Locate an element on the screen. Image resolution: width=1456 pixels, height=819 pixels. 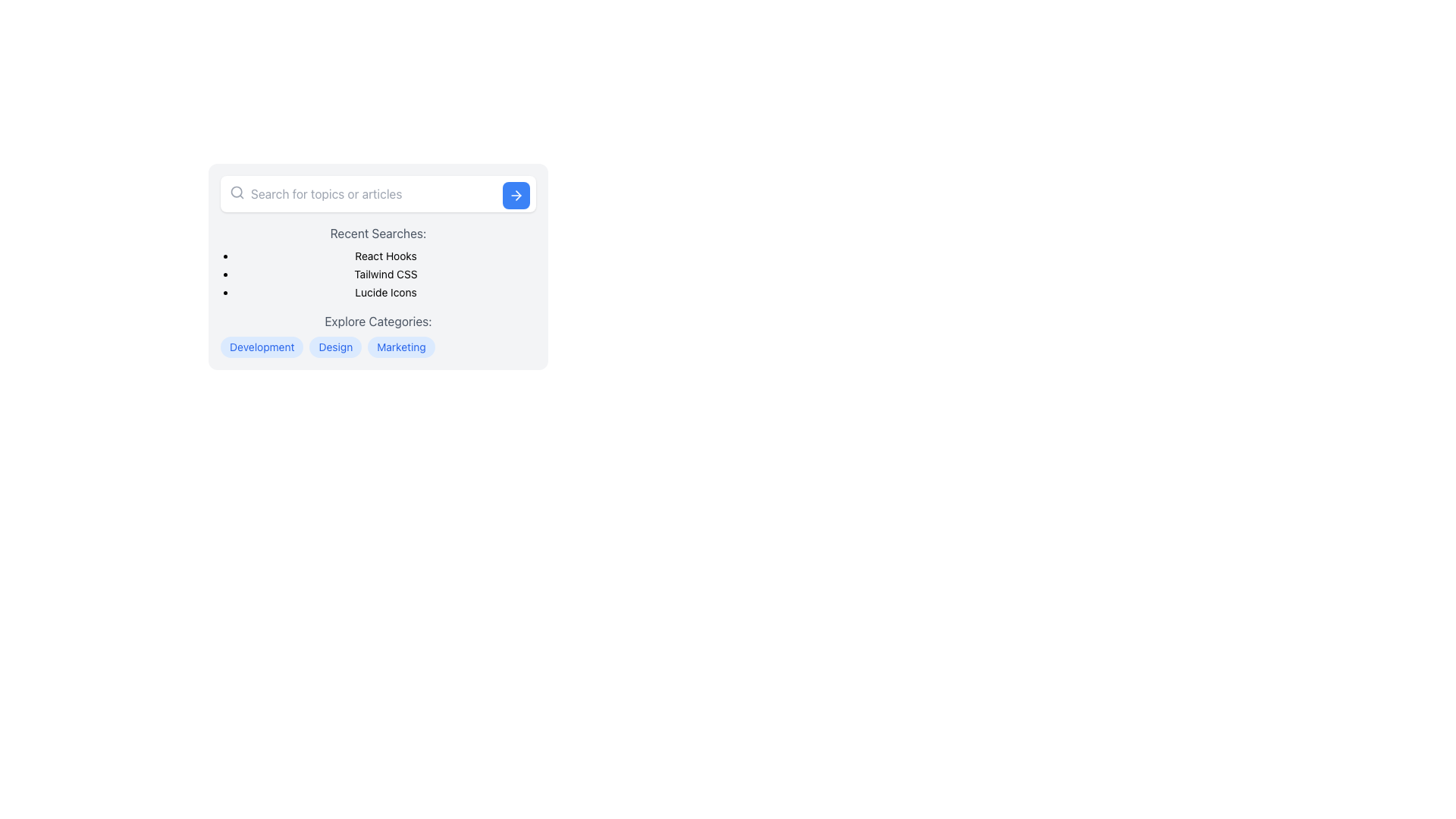
the circular graphic within the SVG icon that represents the search feature, located in the top-left corner of the search bar is located at coordinates (236, 191).